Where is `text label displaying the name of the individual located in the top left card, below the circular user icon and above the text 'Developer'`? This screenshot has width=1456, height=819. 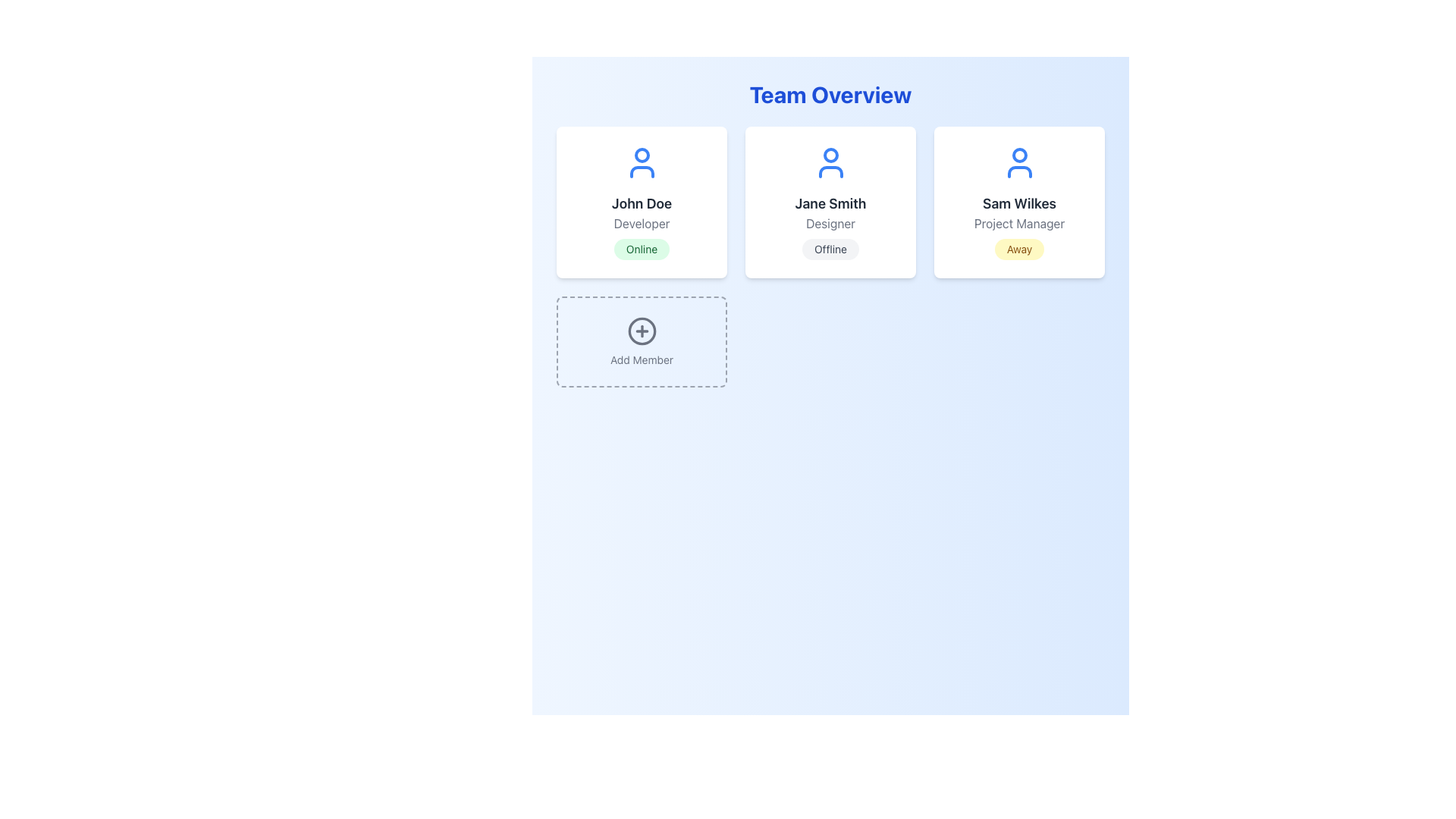
text label displaying the name of the individual located in the top left card, below the circular user icon and above the text 'Developer' is located at coordinates (642, 203).